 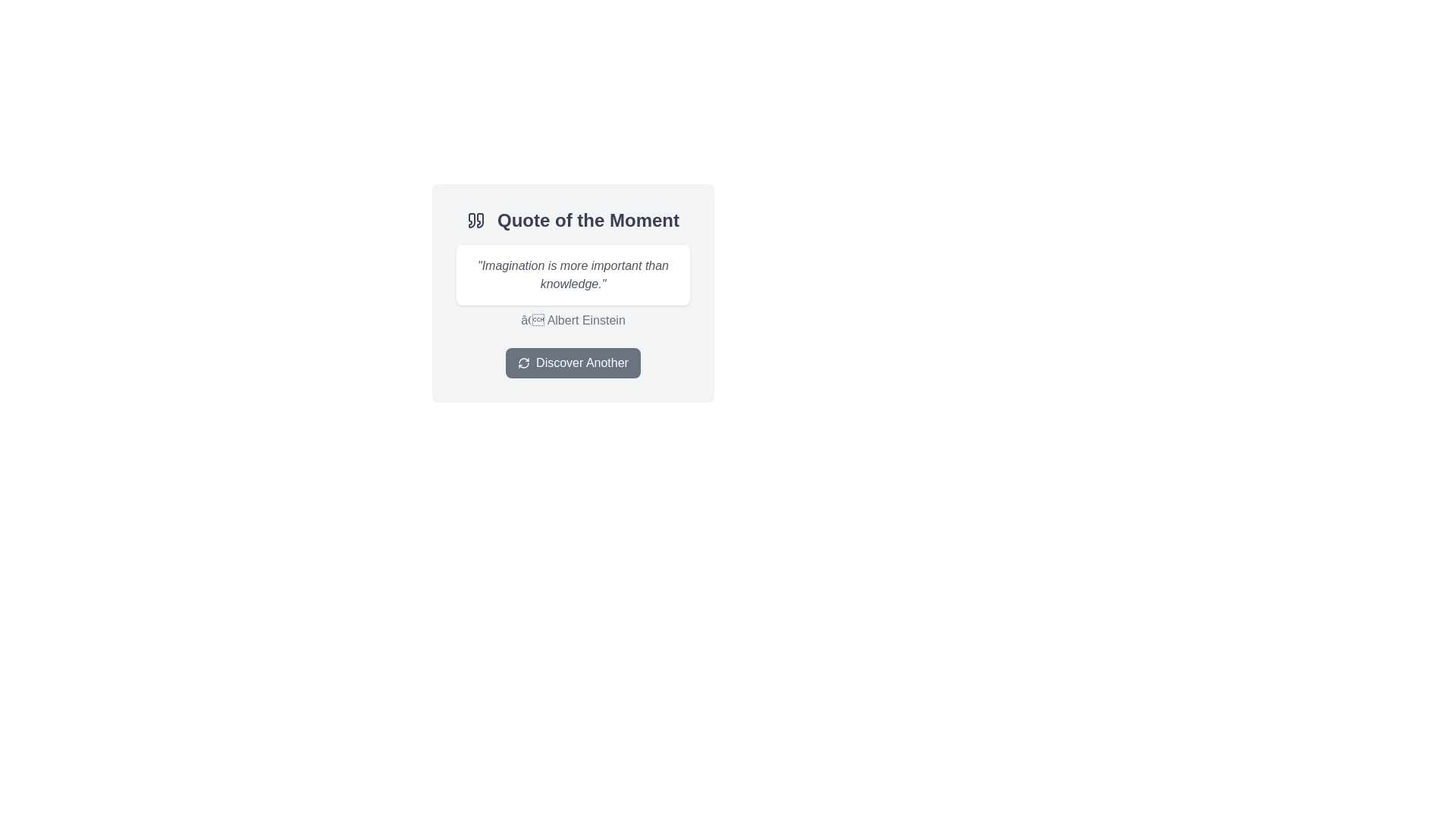 What do you see at coordinates (524, 362) in the screenshot?
I see `the 'Discover Another' button that features a circular refresh icon on the left side, located at the bottom of the 'Quote of the Moment' section` at bounding box center [524, 362].